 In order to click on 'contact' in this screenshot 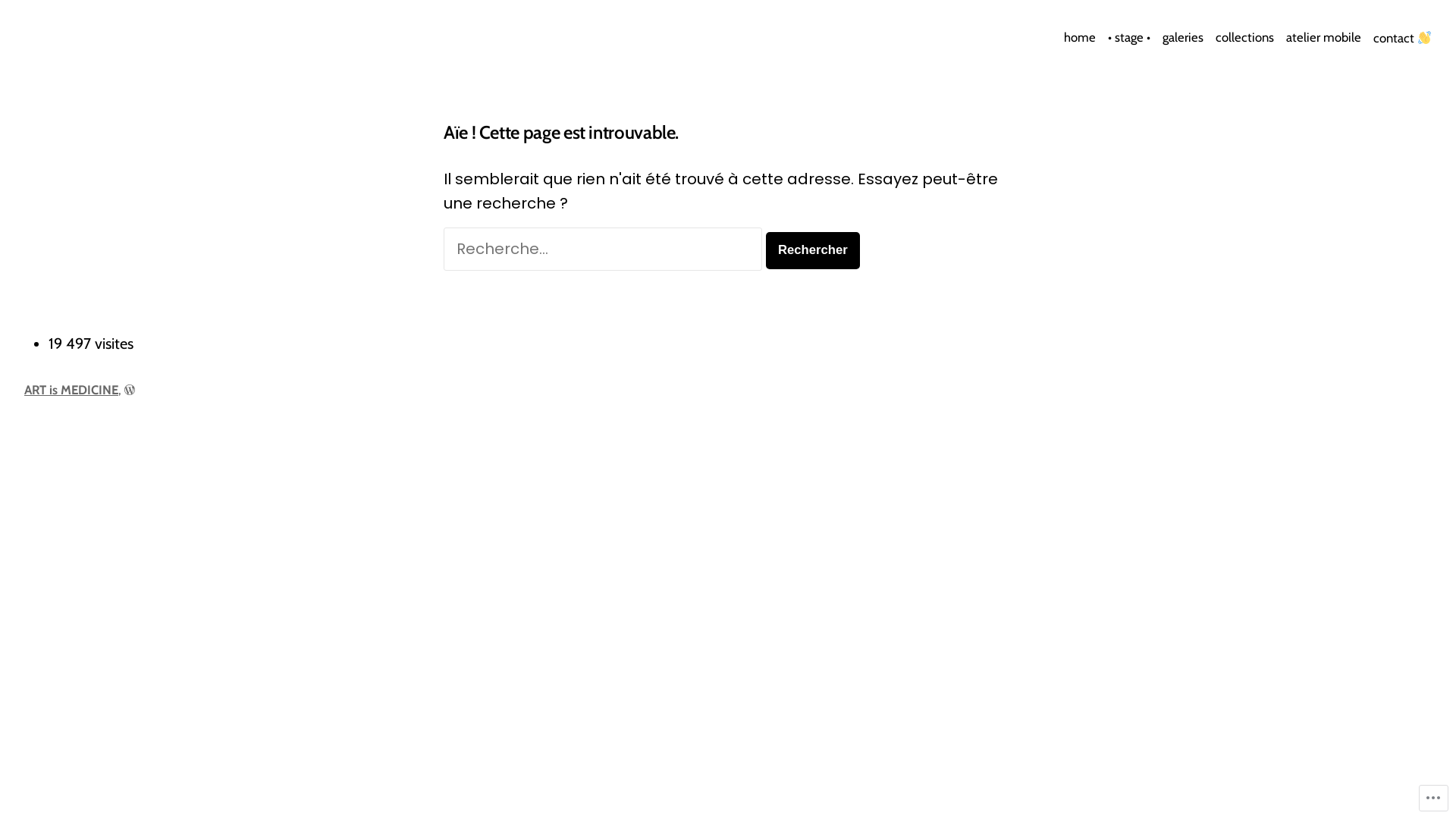, I will do `click(1367, 37)`.